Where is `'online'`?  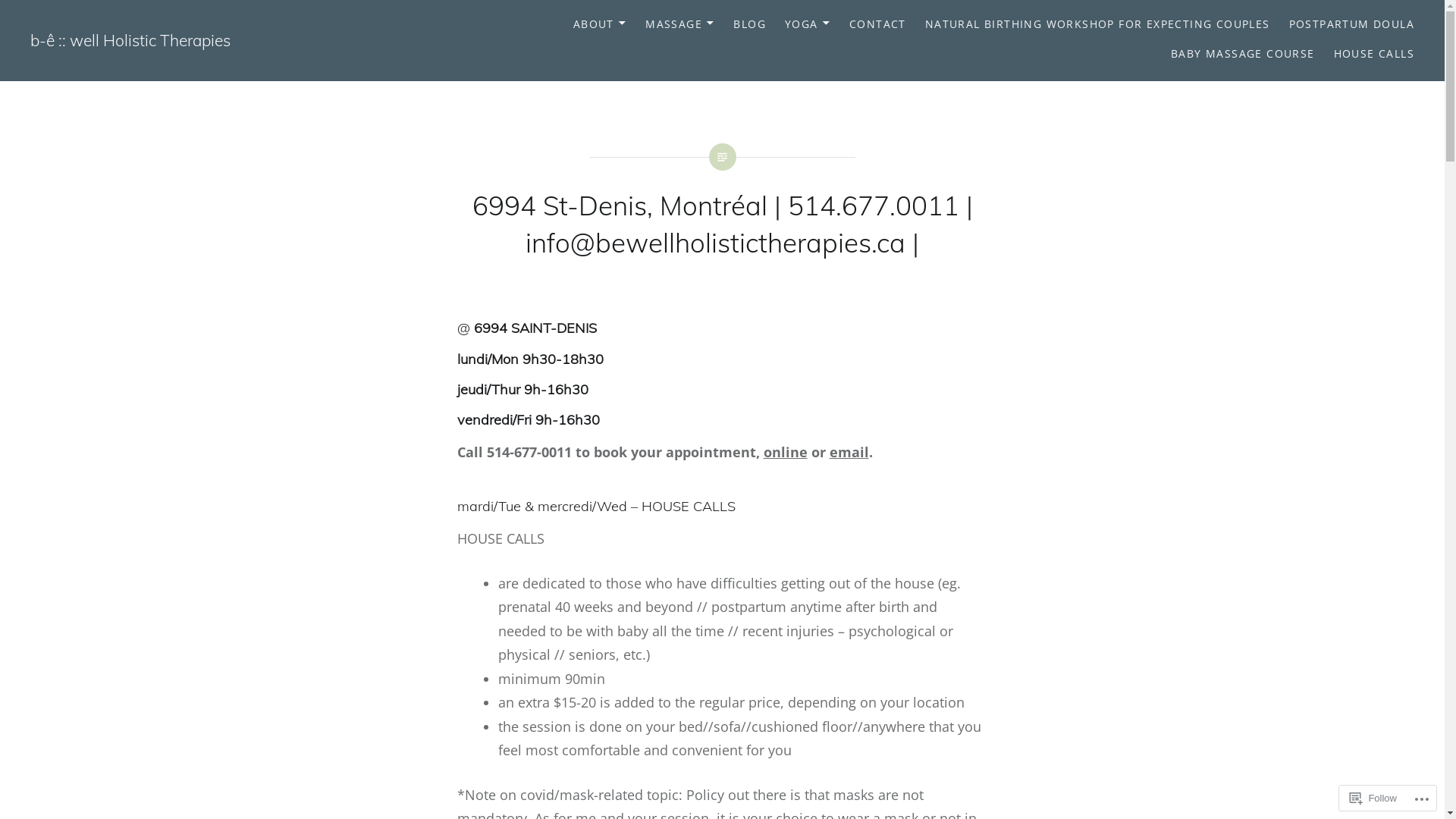
'online' is located at coordinates (785, 451).